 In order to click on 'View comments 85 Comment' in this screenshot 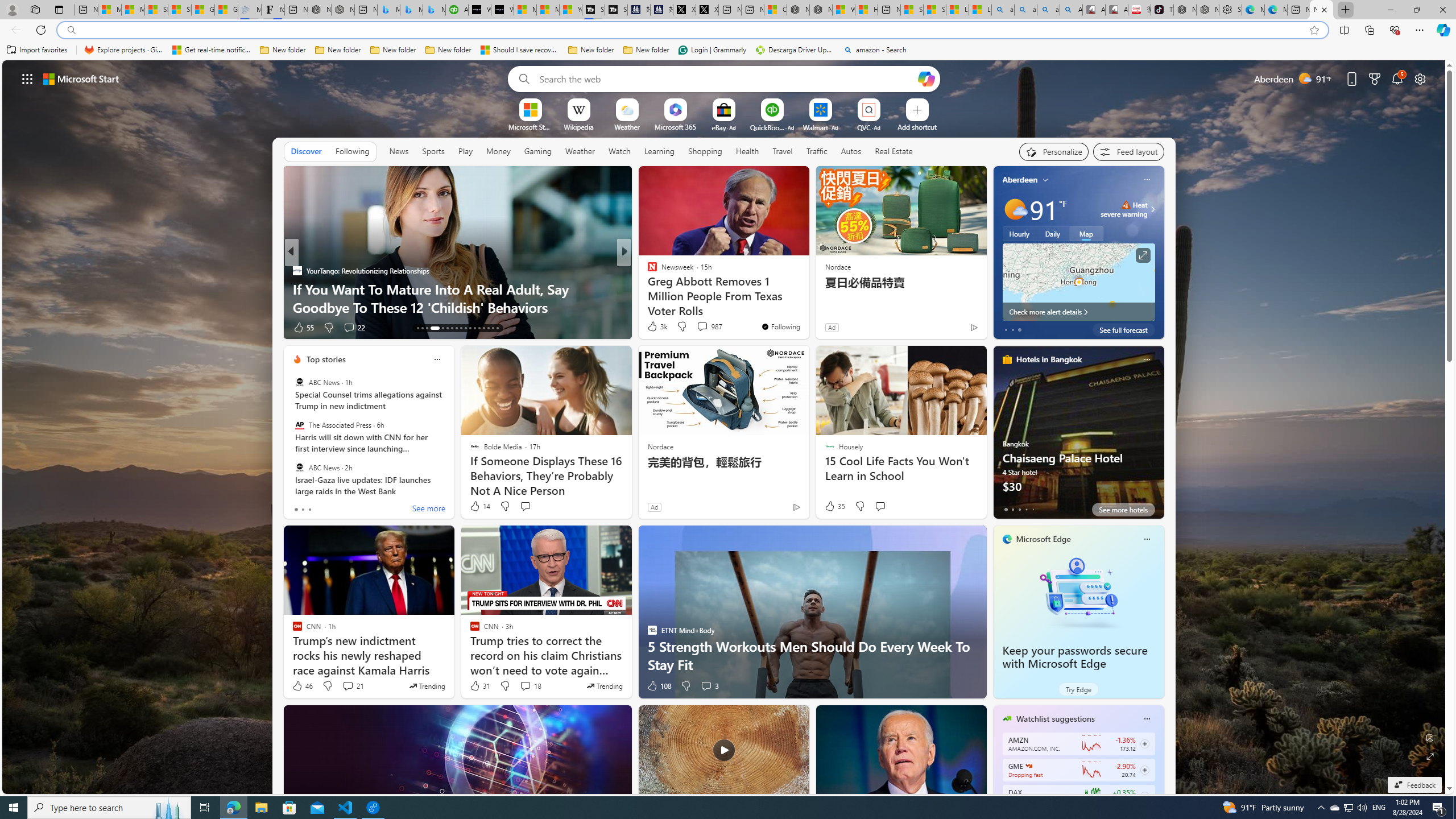, I will do `click(705, 327)`.